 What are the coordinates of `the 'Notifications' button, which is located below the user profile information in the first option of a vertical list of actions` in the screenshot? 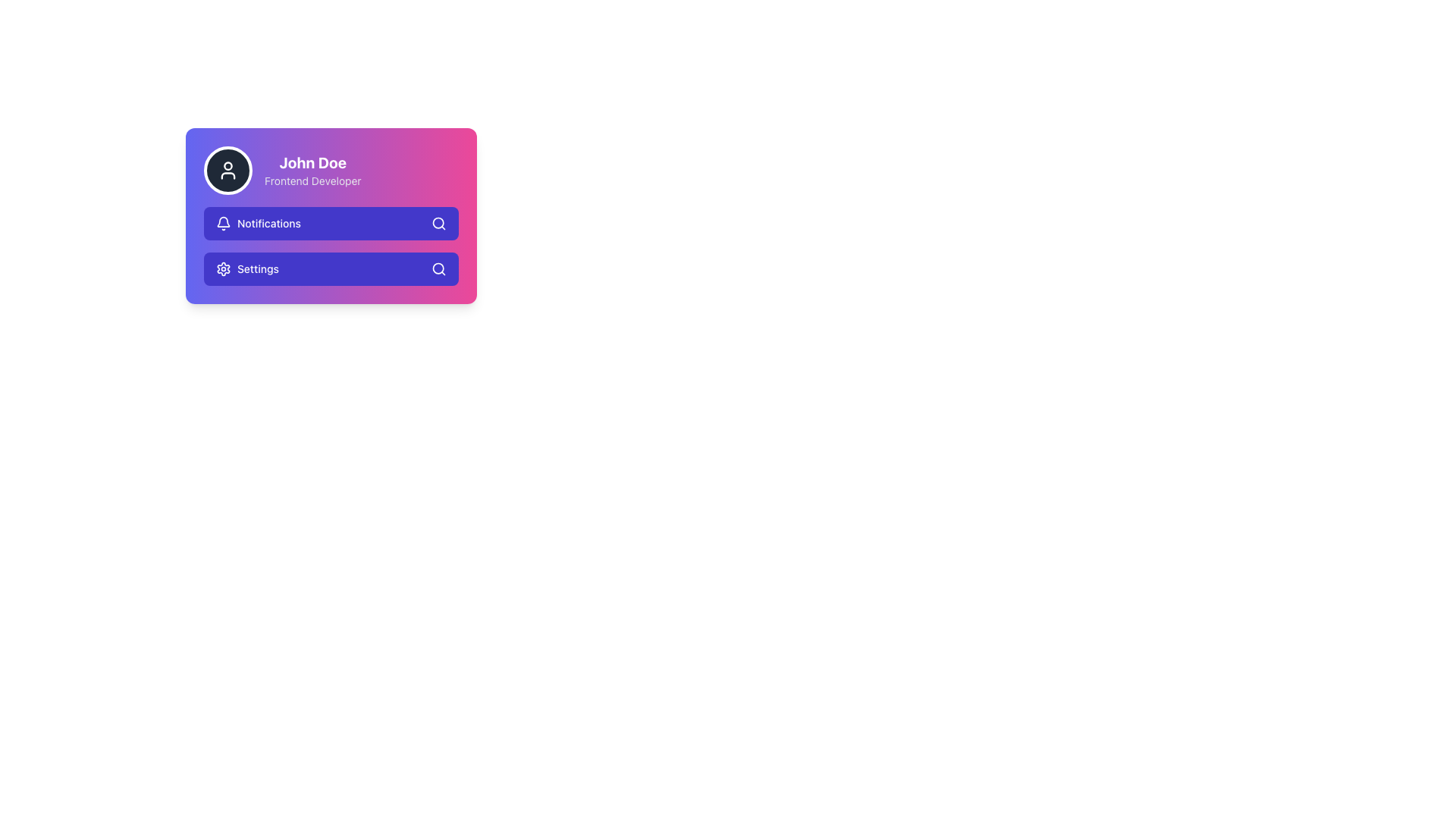 It's located at (258, 223).